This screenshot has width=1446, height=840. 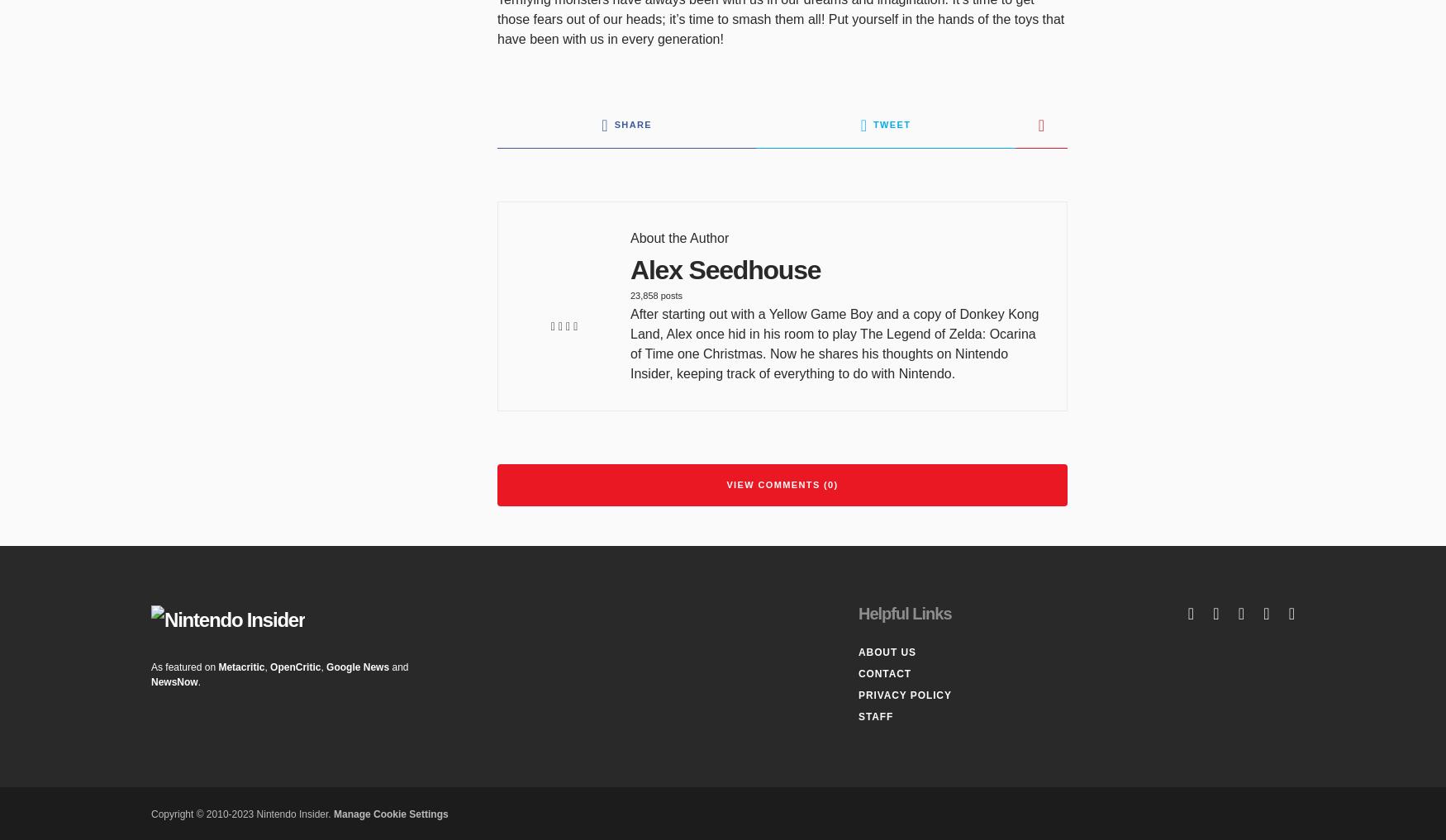 What do you see at coordinates (655, 294) in the screenshot?
I see `'23,858 posts'` at bounding box center [655, 294].